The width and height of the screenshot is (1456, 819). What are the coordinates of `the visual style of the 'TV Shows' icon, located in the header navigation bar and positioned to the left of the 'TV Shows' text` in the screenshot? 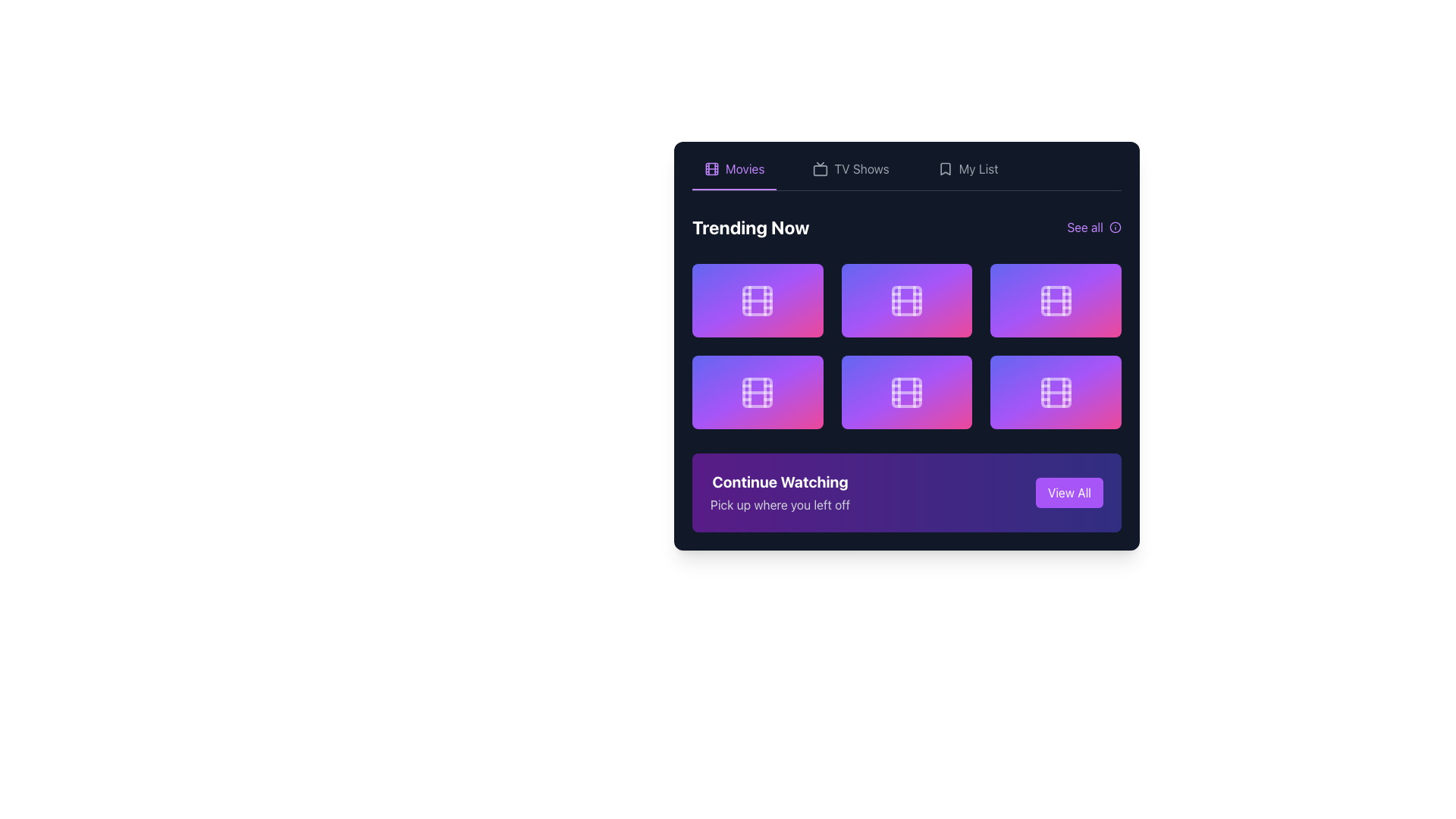 It's located at (820, 169).